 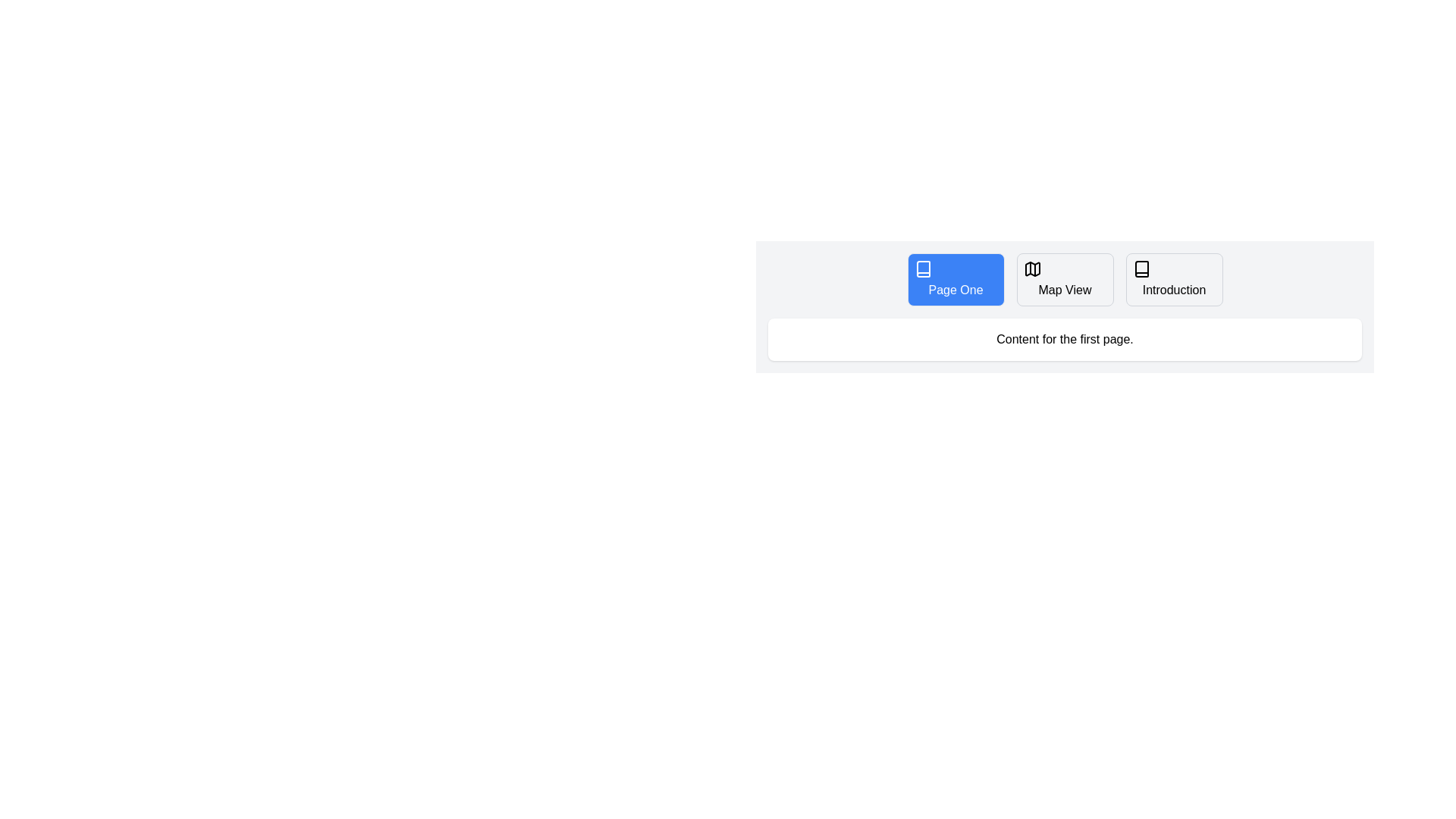 What do you see at coordinates (1031, 268) in the screenshot?
I see `the 'Map View' icon within the SVG component` at bounding box center [1031, 268].